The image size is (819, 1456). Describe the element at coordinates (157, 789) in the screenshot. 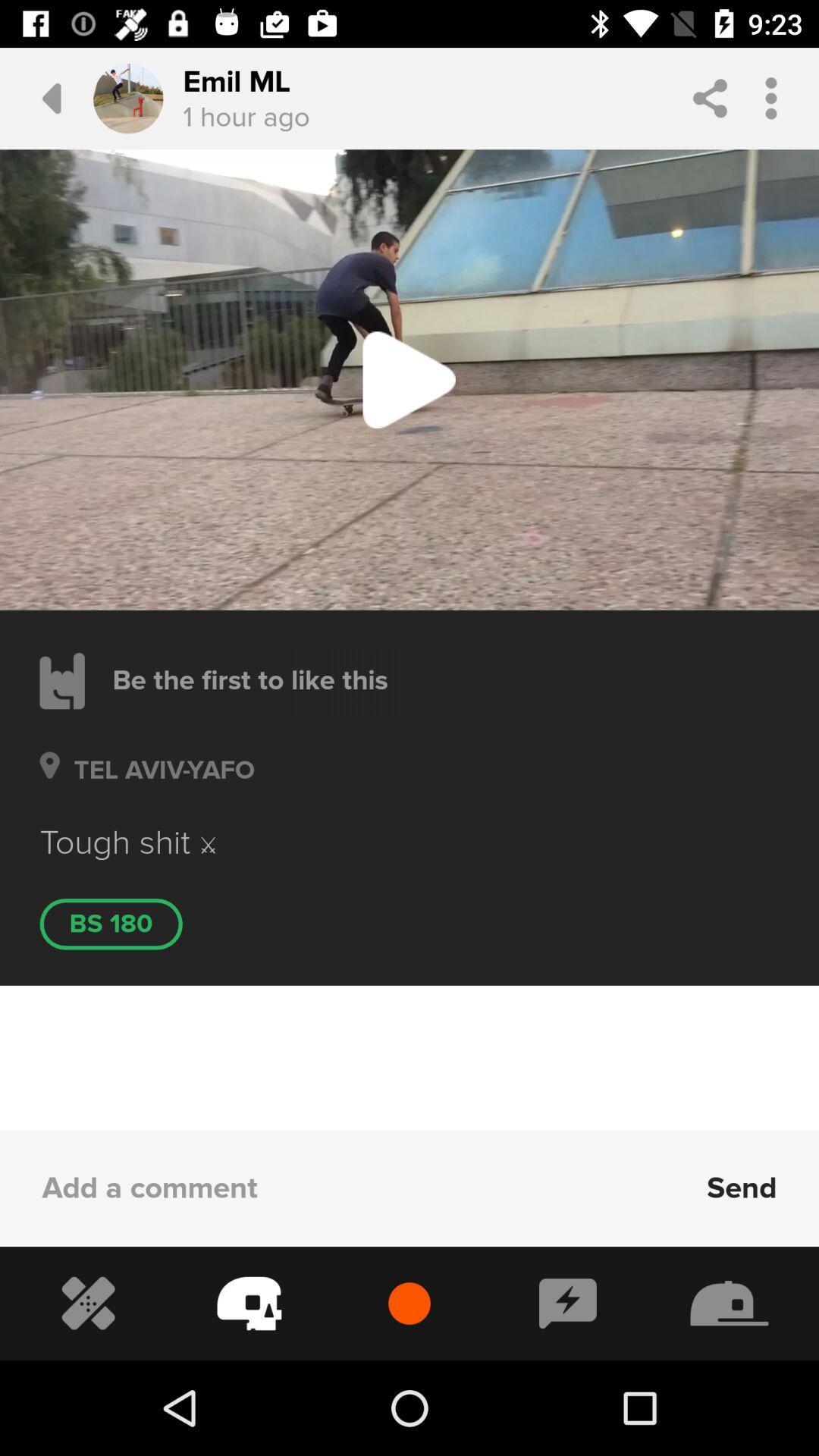

I see `the text above tough shit x` at that location.